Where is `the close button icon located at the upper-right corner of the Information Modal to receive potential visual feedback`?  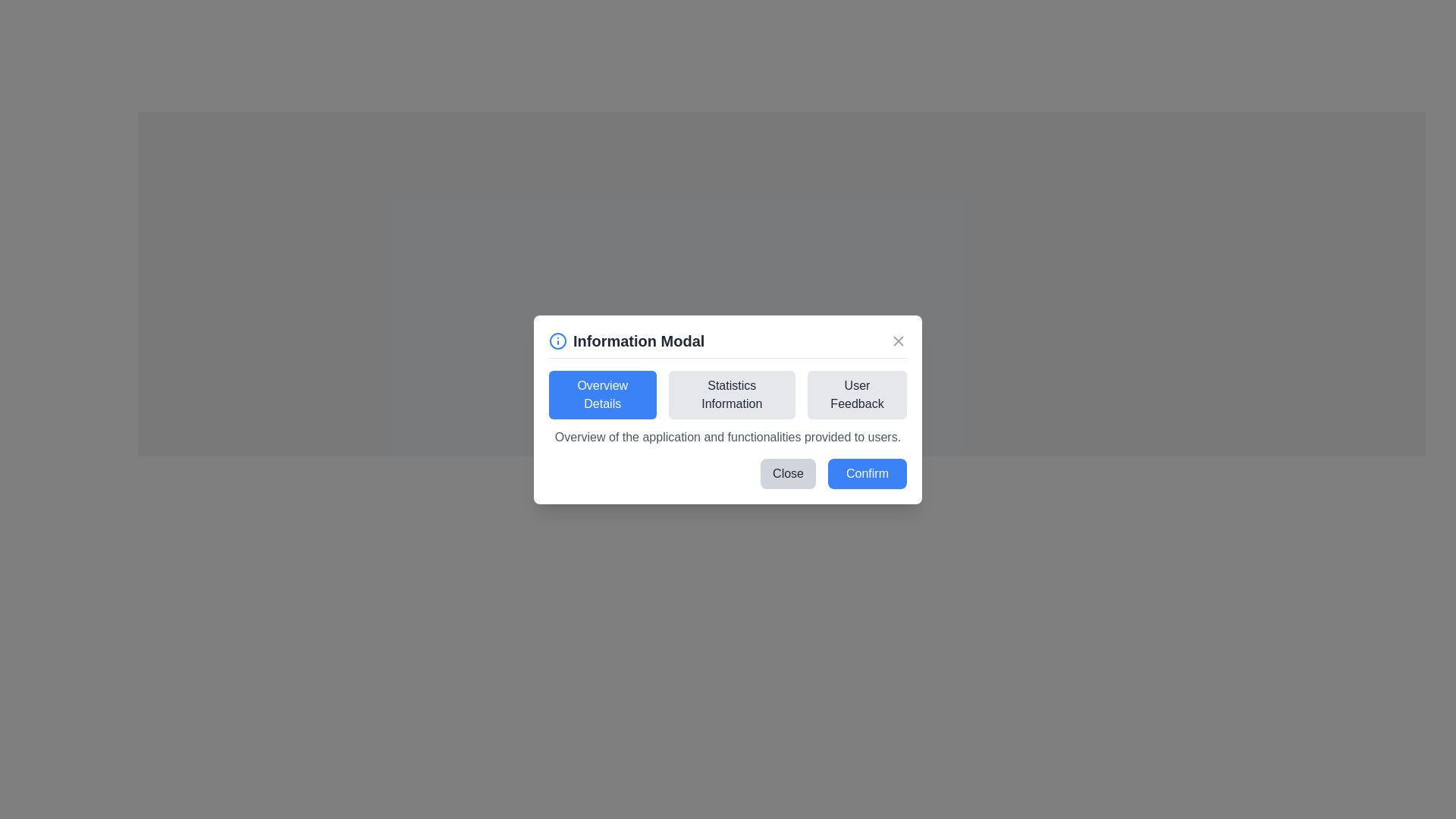 the close button icon located at the upper-right corner of the Information Modal to receive potential visual feedback is located at coordinates (899, 339).